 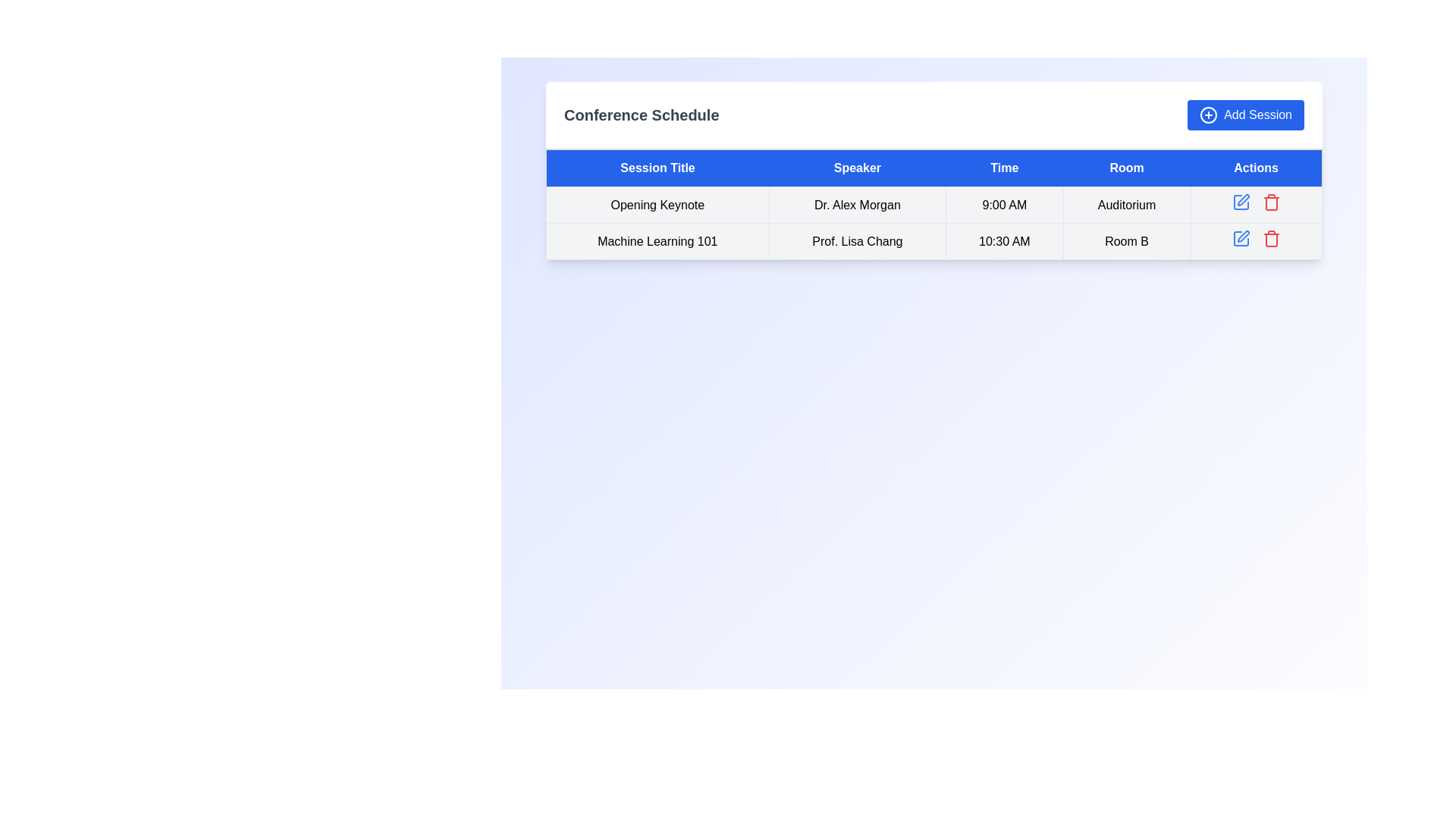 I want to click on the 'Session Title' text label displaying the title of the scheduled session in the conference schedule table, so click(x=657, y=205).